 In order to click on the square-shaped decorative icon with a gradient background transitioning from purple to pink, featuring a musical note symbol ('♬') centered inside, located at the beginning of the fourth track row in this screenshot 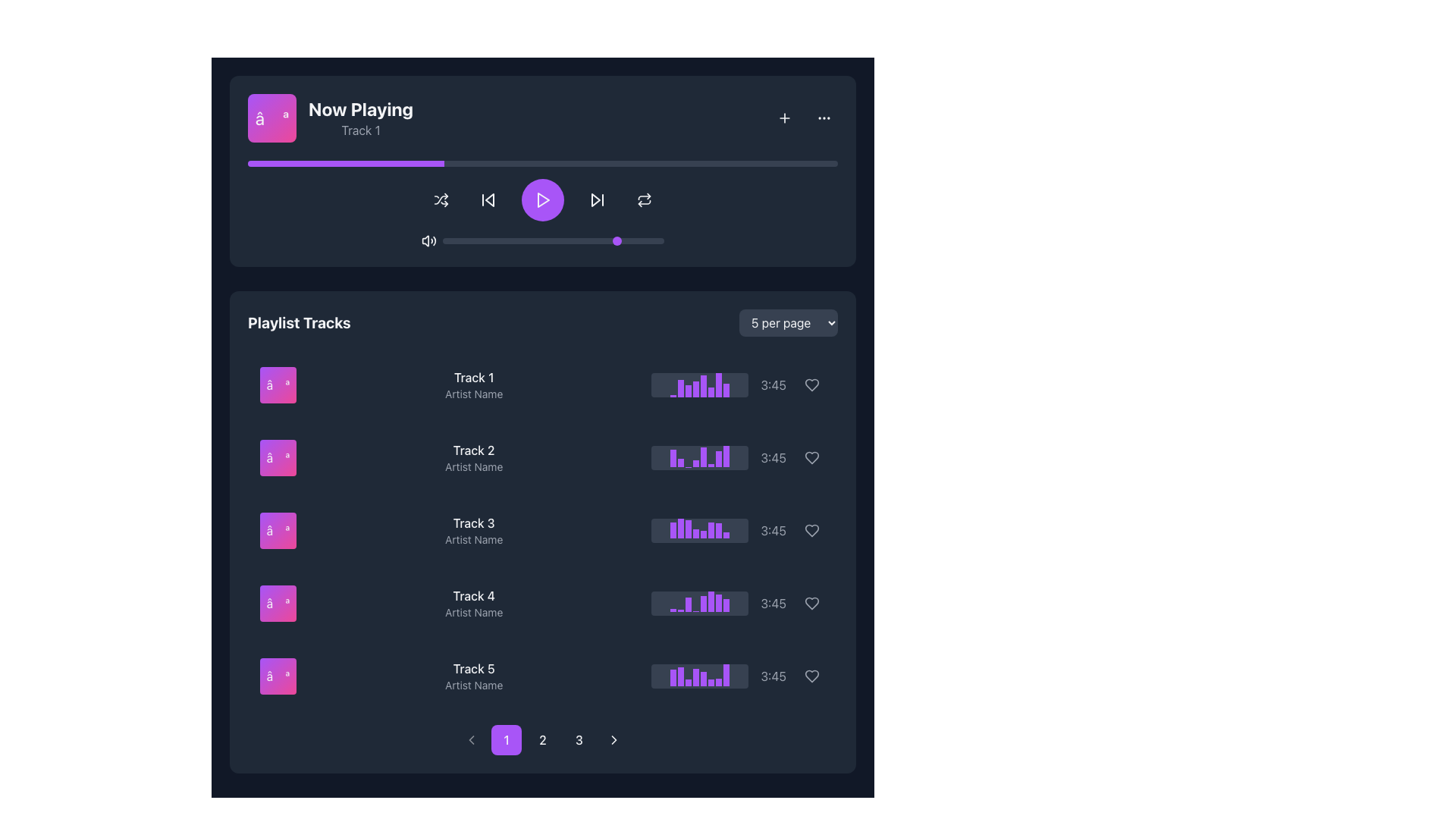, I will do `click(278, 602)`.